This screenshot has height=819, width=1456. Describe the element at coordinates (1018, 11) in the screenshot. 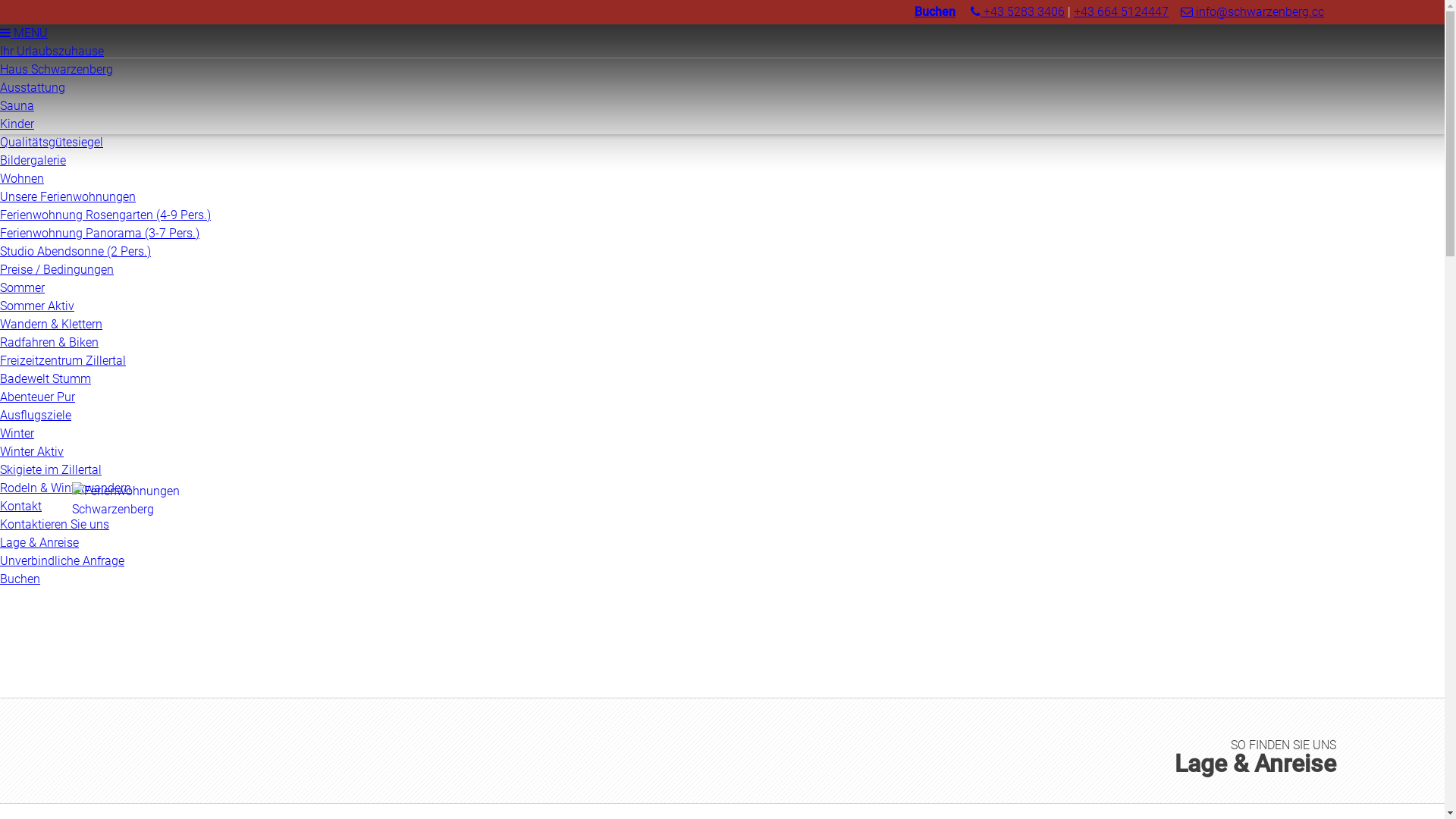

I see `'+43 5283 3406'` at that location.